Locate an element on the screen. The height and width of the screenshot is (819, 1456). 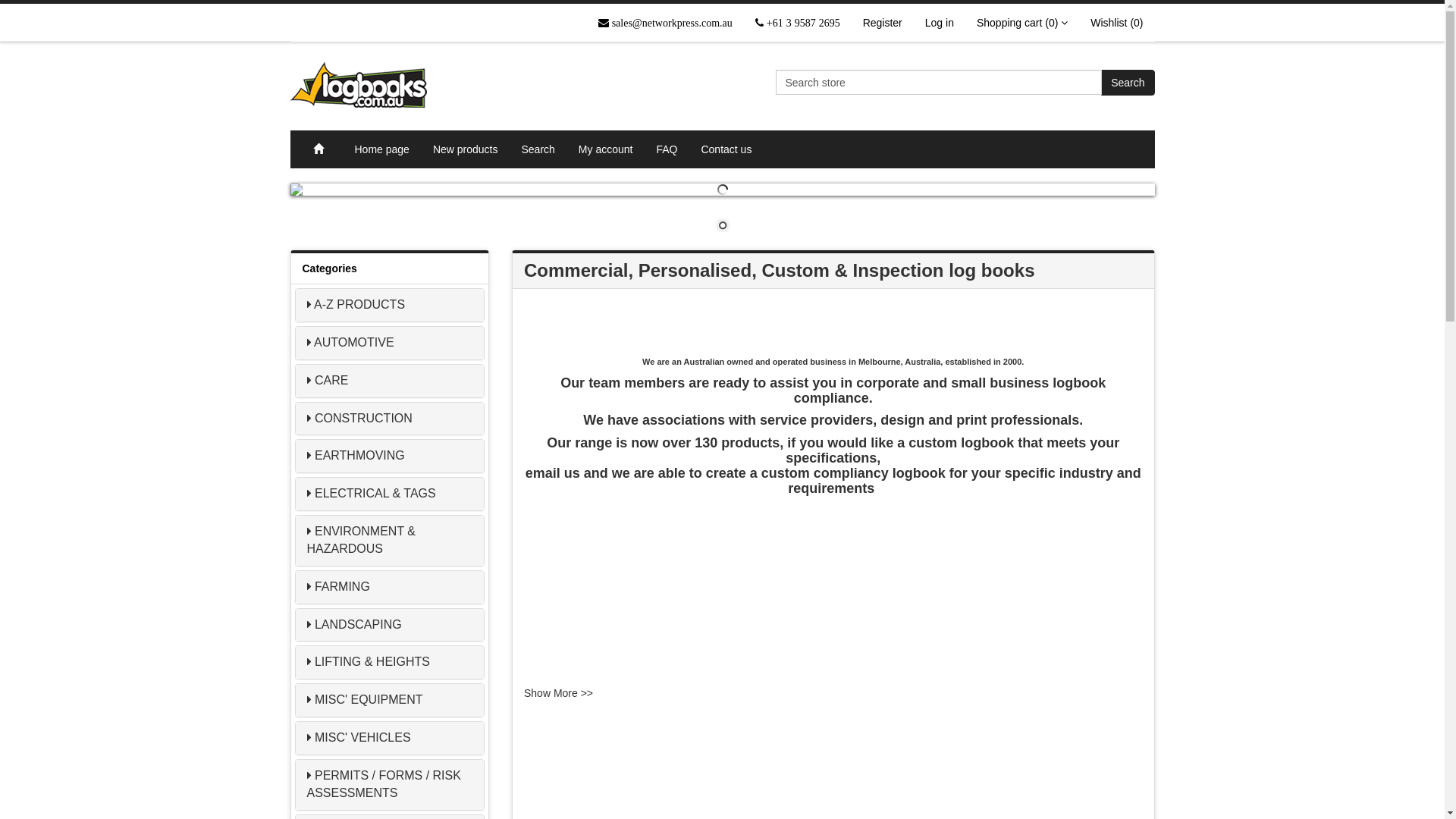
'ELECTRICAL & TAGS' is located at coordinates (375, 493).